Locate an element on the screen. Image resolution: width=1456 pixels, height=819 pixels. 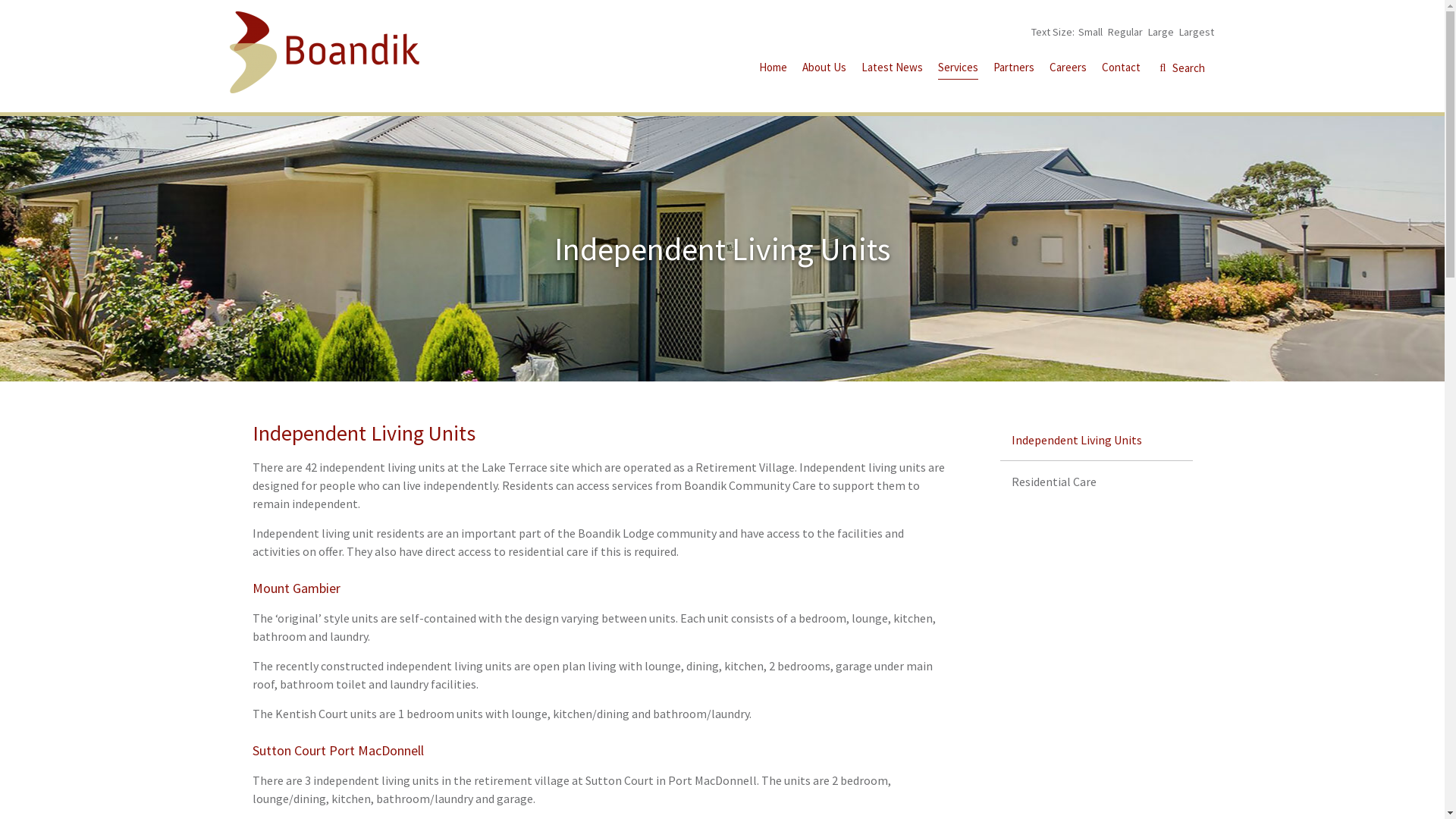
'Residential Care' is located at coordinates (1096, 482).